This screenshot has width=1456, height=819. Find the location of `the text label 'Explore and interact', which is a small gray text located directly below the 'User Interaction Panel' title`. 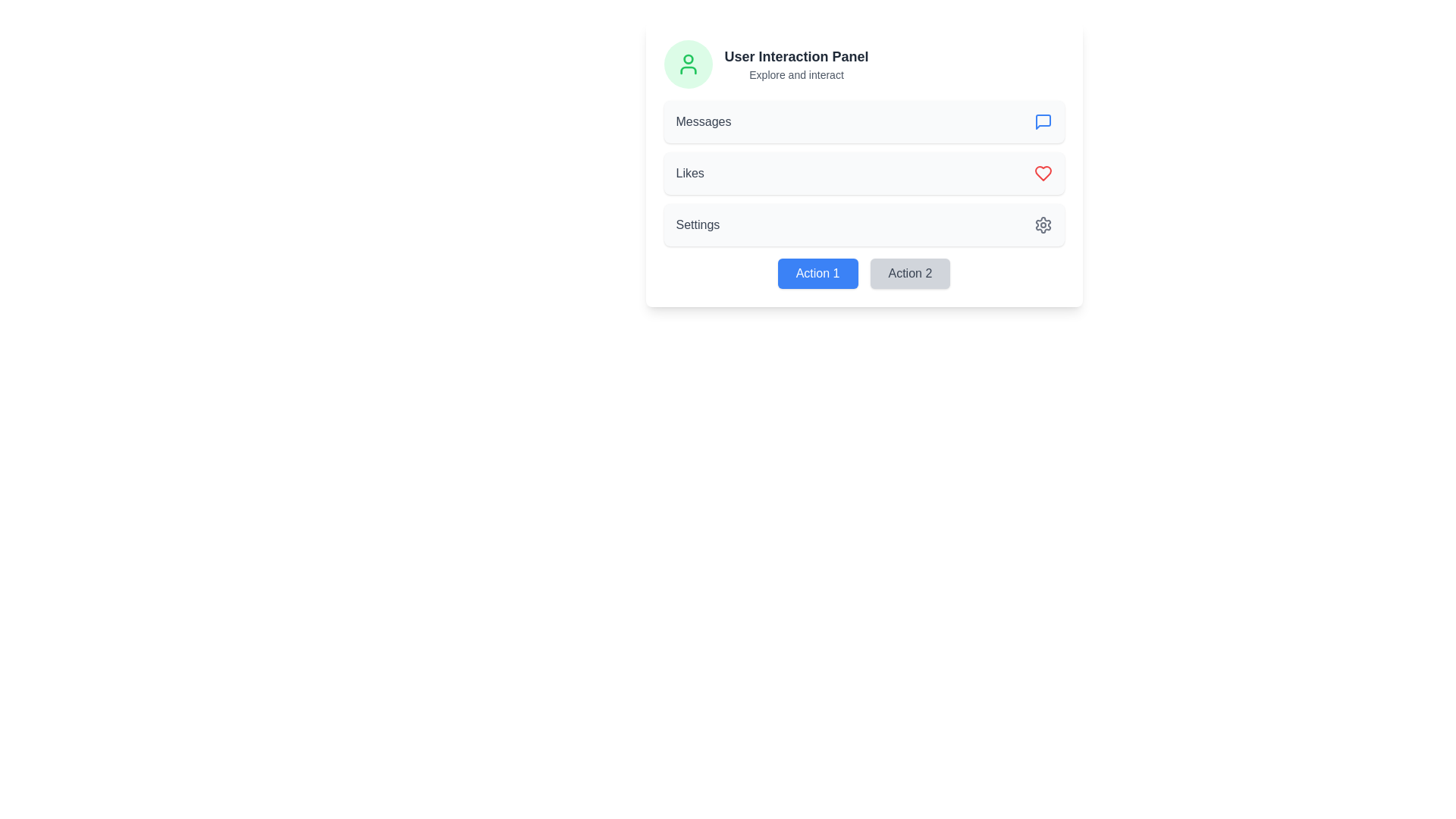

the text label 'Explore and interact', which is a small gray text located directly below the 'User Interaction Panel' title is located at coordinates (795, 75).